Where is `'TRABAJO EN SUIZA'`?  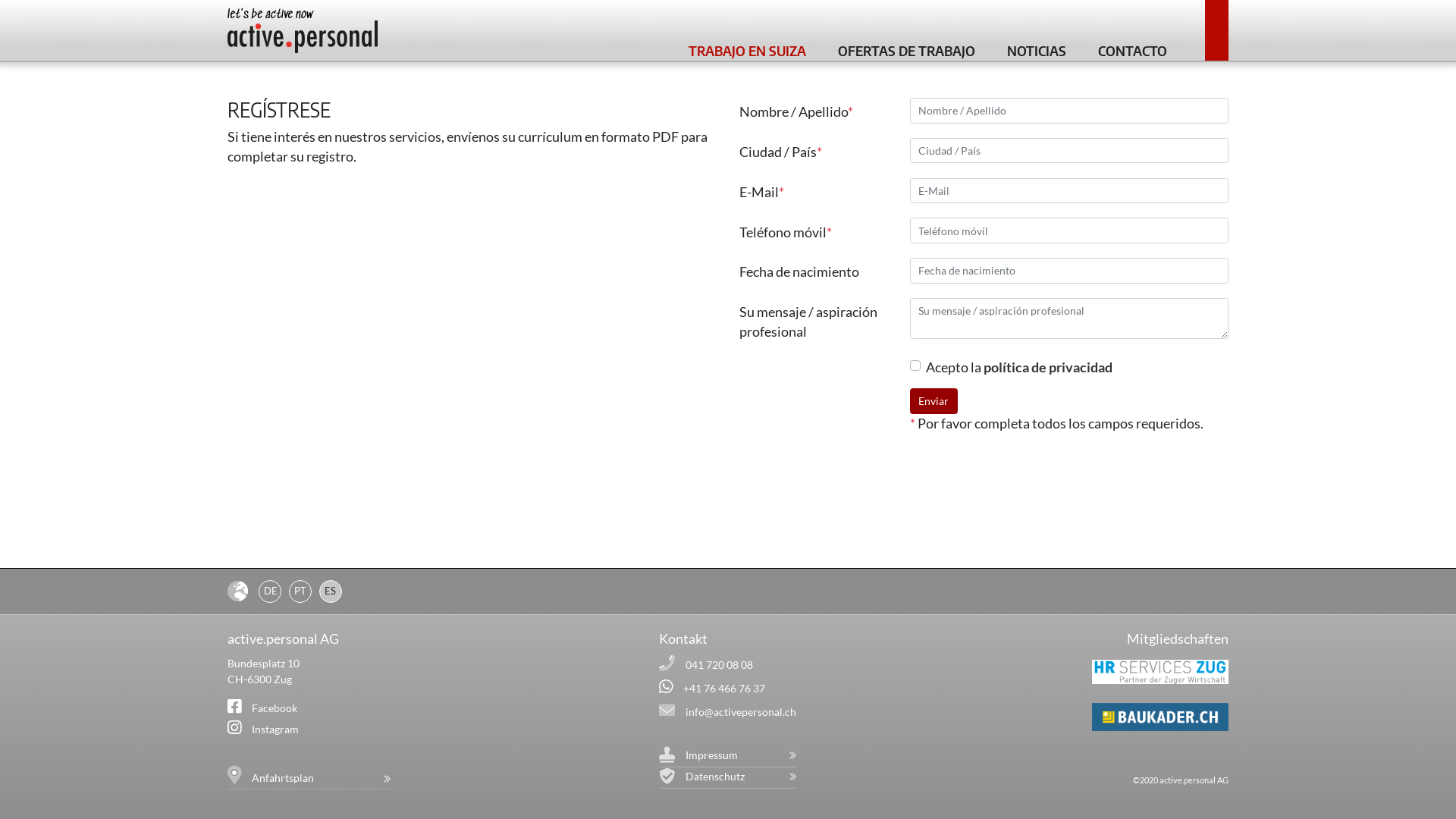
'TRABAJO EN SUIZA' is located at coordinates (747, 48).